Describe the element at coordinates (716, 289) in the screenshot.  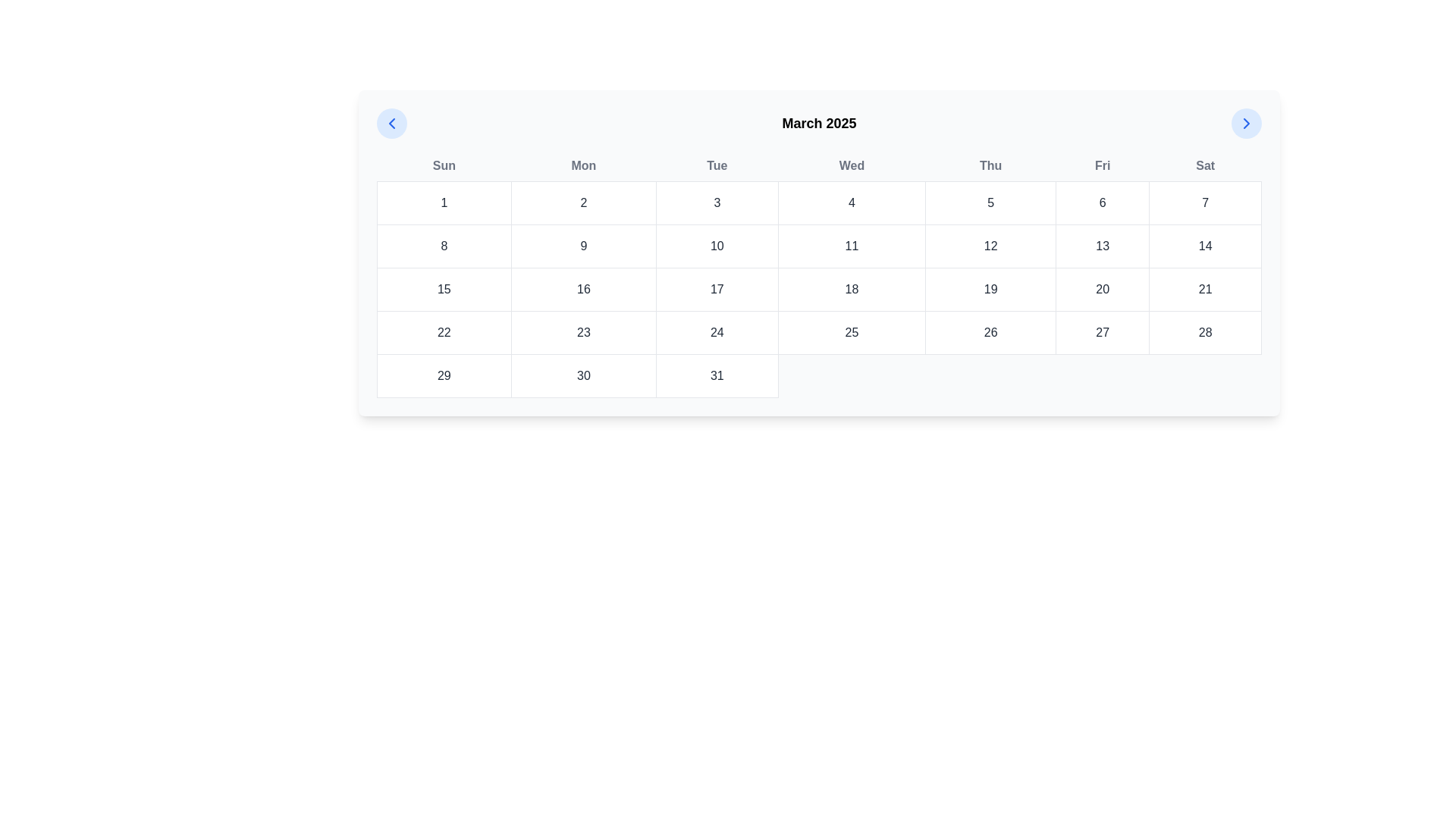
I see `the clickable calendar date box representing the date '17', which is the third box from the left` at that location.